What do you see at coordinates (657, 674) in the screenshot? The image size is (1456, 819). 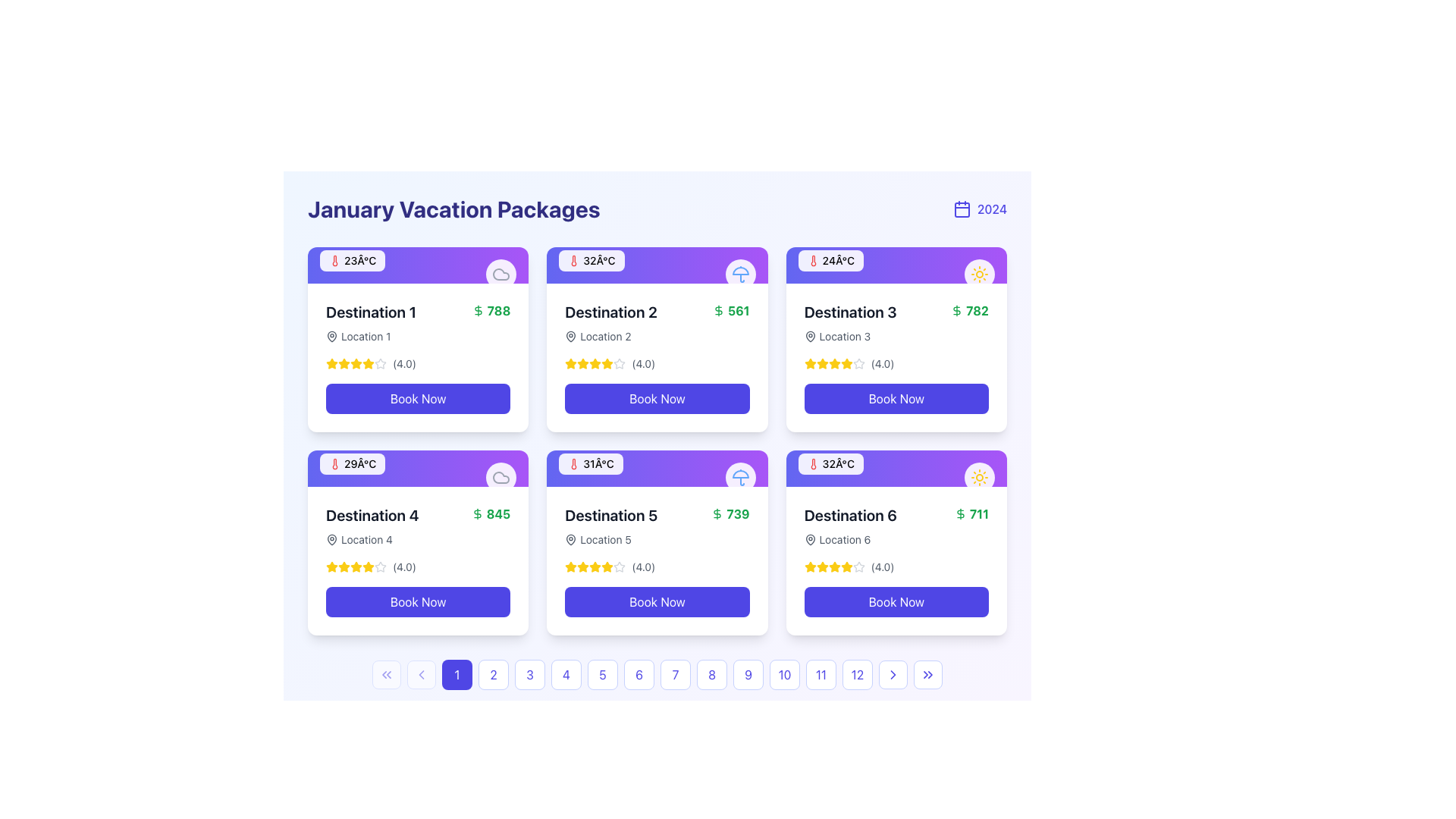 I see `the seventh page selection button in the pagination control` at bounding box center [657, 674].